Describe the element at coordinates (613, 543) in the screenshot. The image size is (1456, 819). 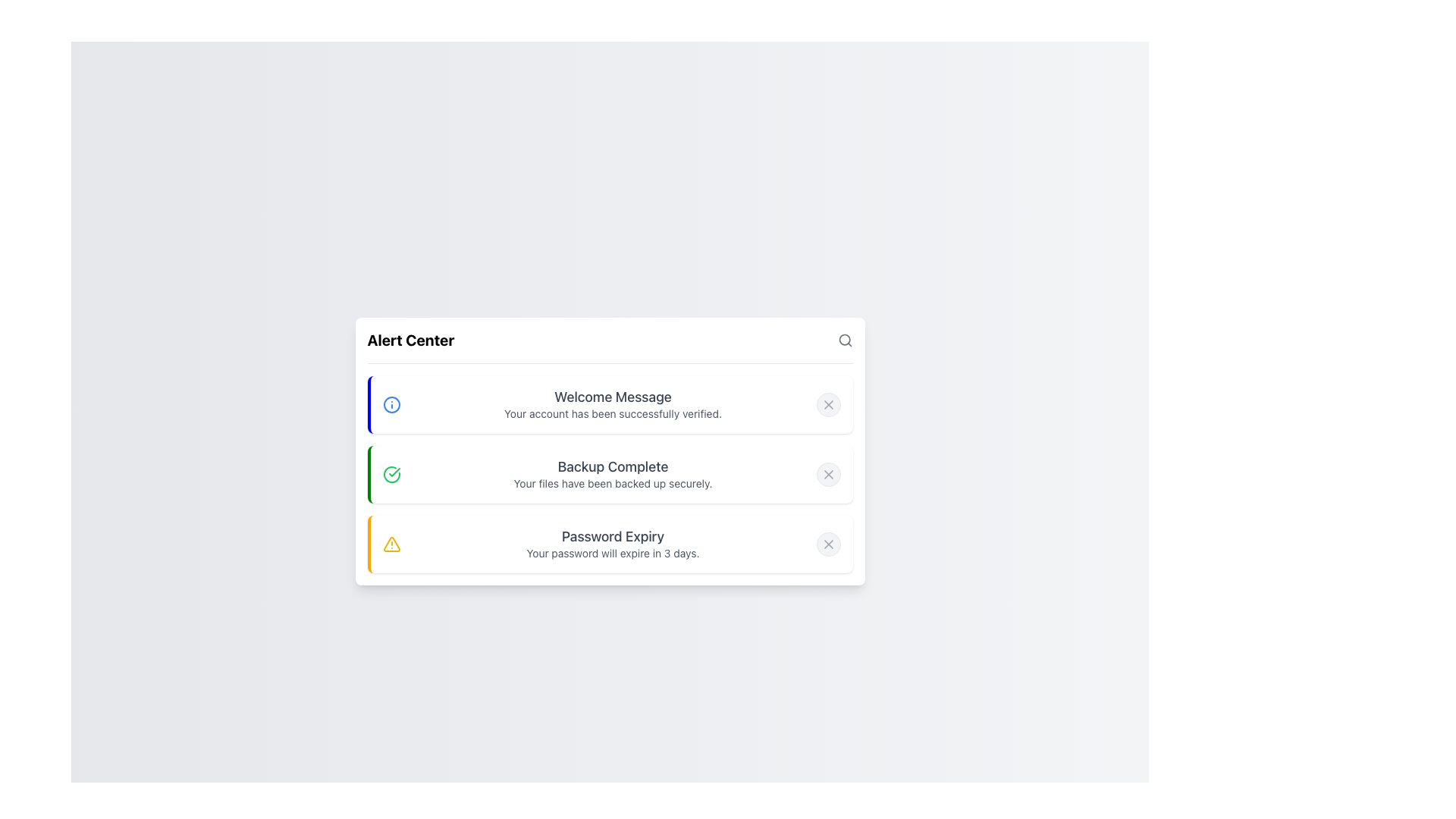
I see `the Informational Text Component that notifies the user about their password expiry, located at the bottom of the Alert Center section, within a notification card with an orange left border` at that location.